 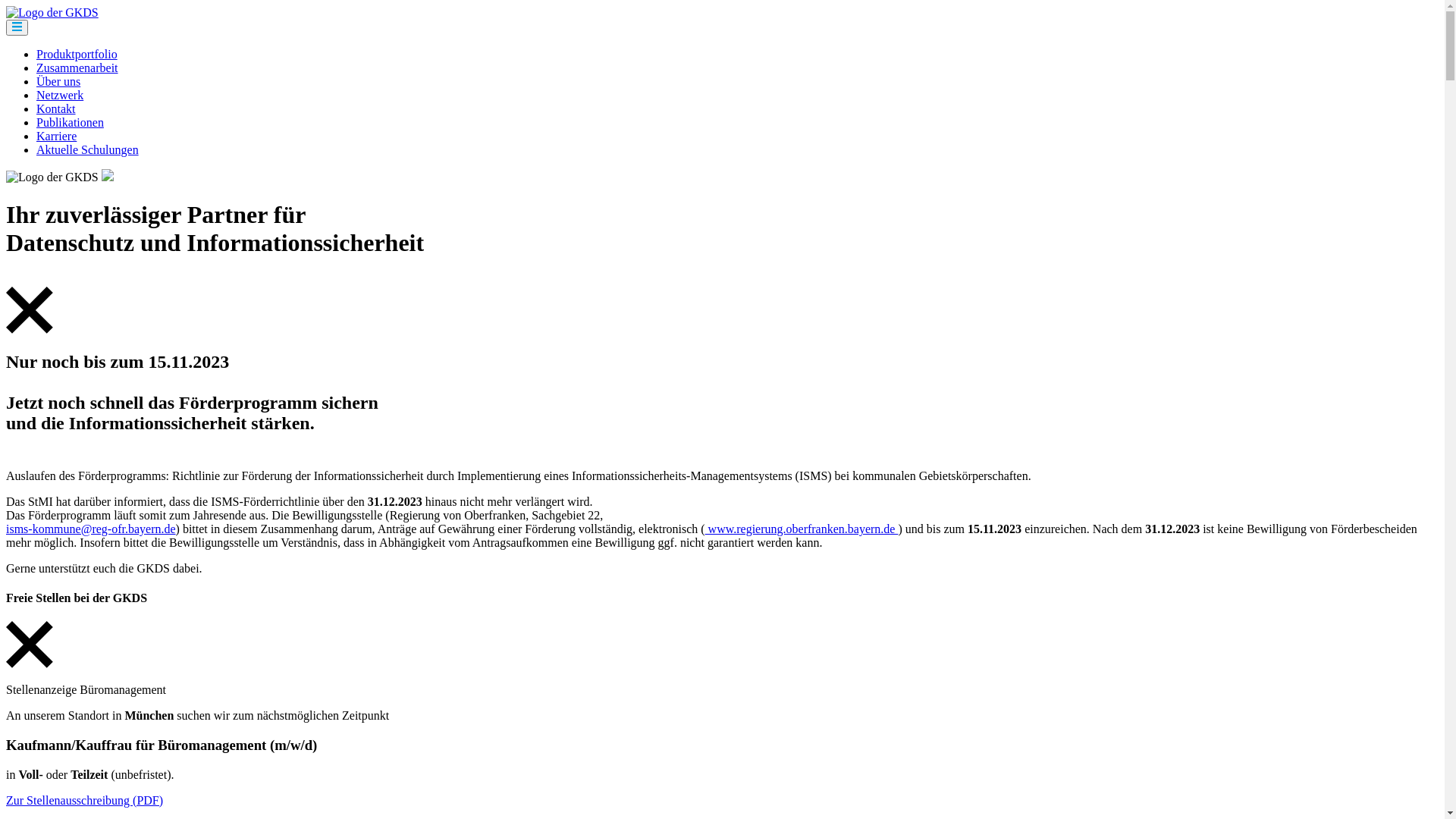 I want to click on 'Netzwerk', so click(x=59, y=95).